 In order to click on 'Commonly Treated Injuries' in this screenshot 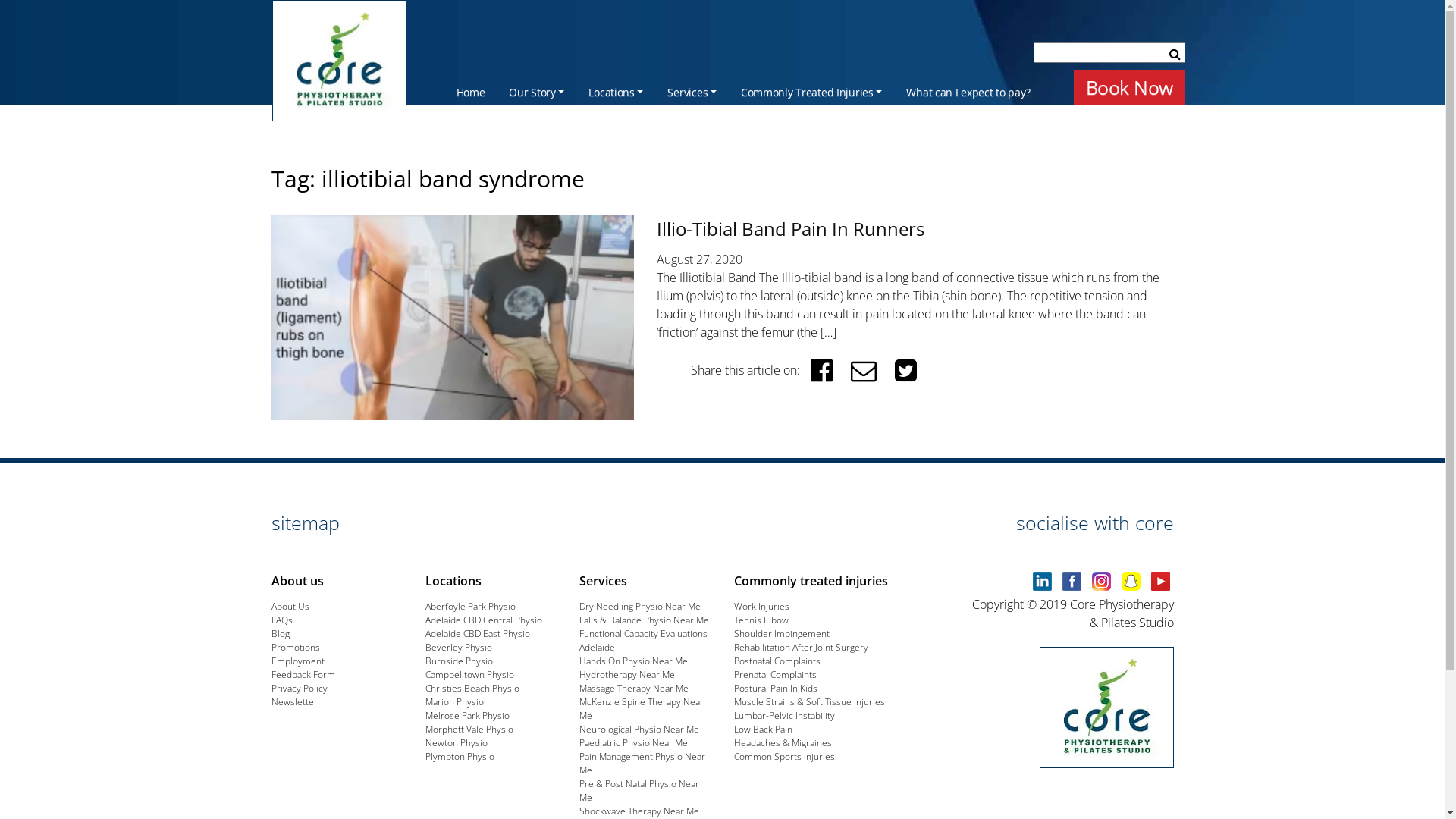, I will do `click(728, 91)`.